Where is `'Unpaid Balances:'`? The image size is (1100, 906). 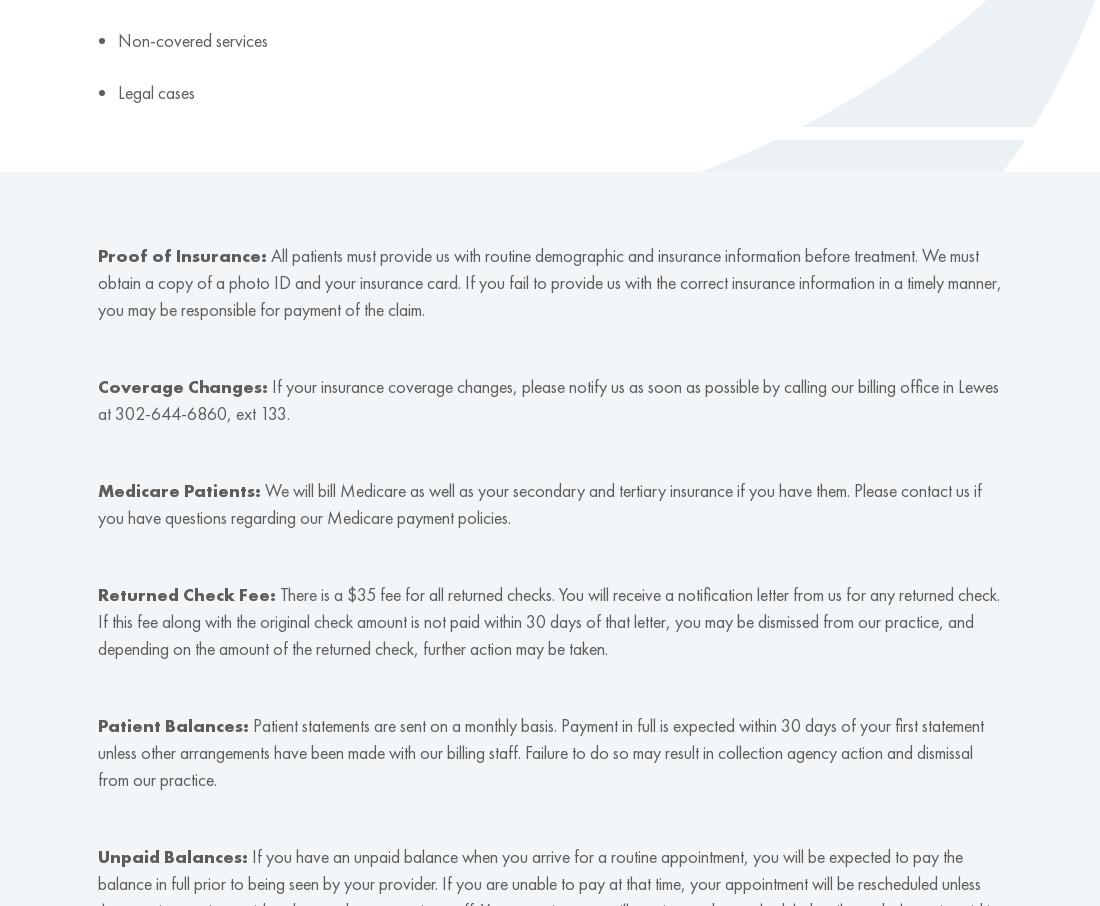
'Unpaid Balances:' is located at coordinates (171, 855).